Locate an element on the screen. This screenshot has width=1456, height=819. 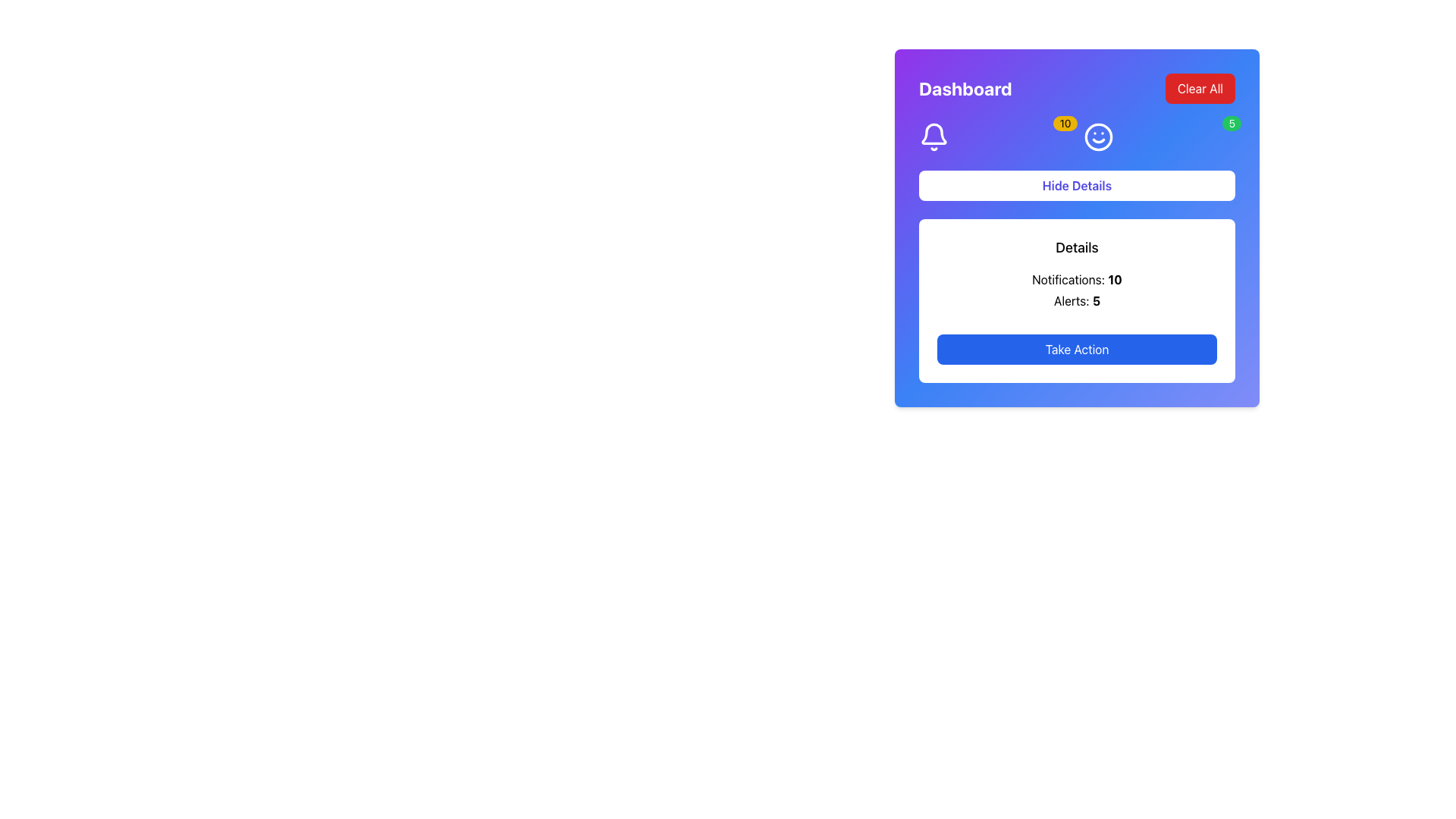
the notification icon located near the top-left corner of the box with a gradient background, just below the 'Dashboard' title and to the left of the yellow circle with the number '10' is located at coordinates (934, 137).